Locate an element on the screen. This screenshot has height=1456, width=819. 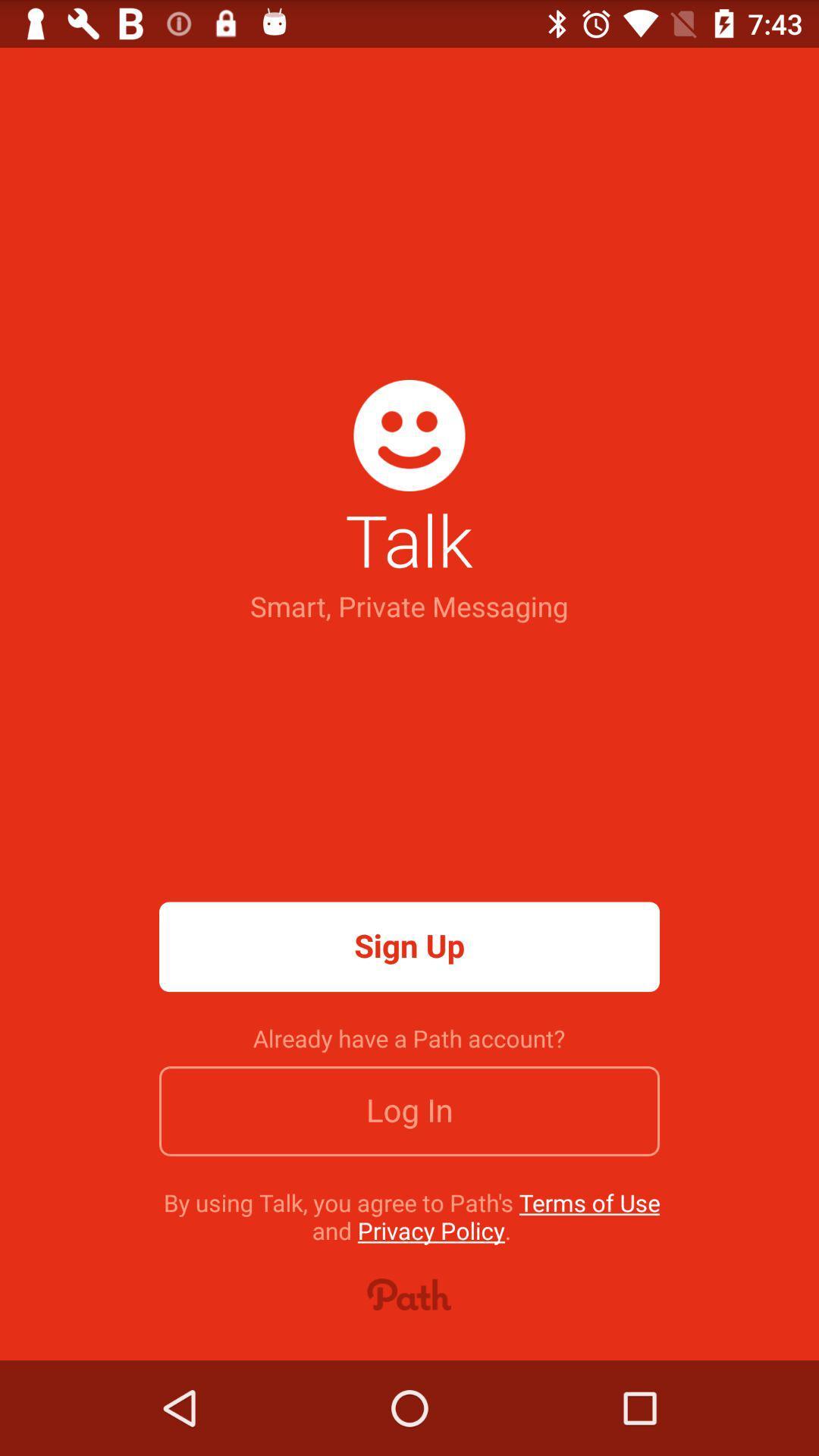
icon above the by using talk is located at coordinates (409, 1111).